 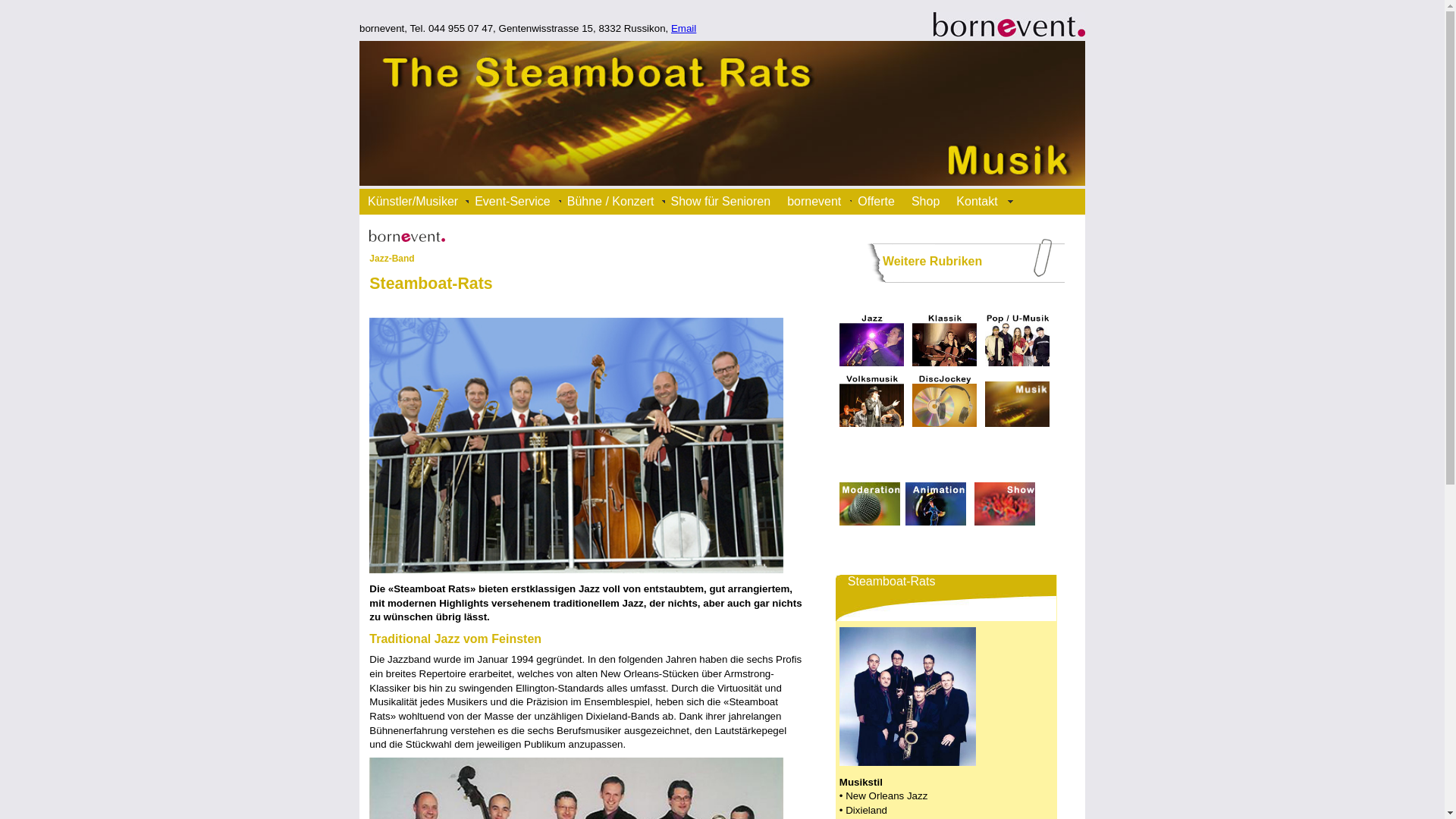 I want to click on 'klassische Musik', so click(x=912, y=339).